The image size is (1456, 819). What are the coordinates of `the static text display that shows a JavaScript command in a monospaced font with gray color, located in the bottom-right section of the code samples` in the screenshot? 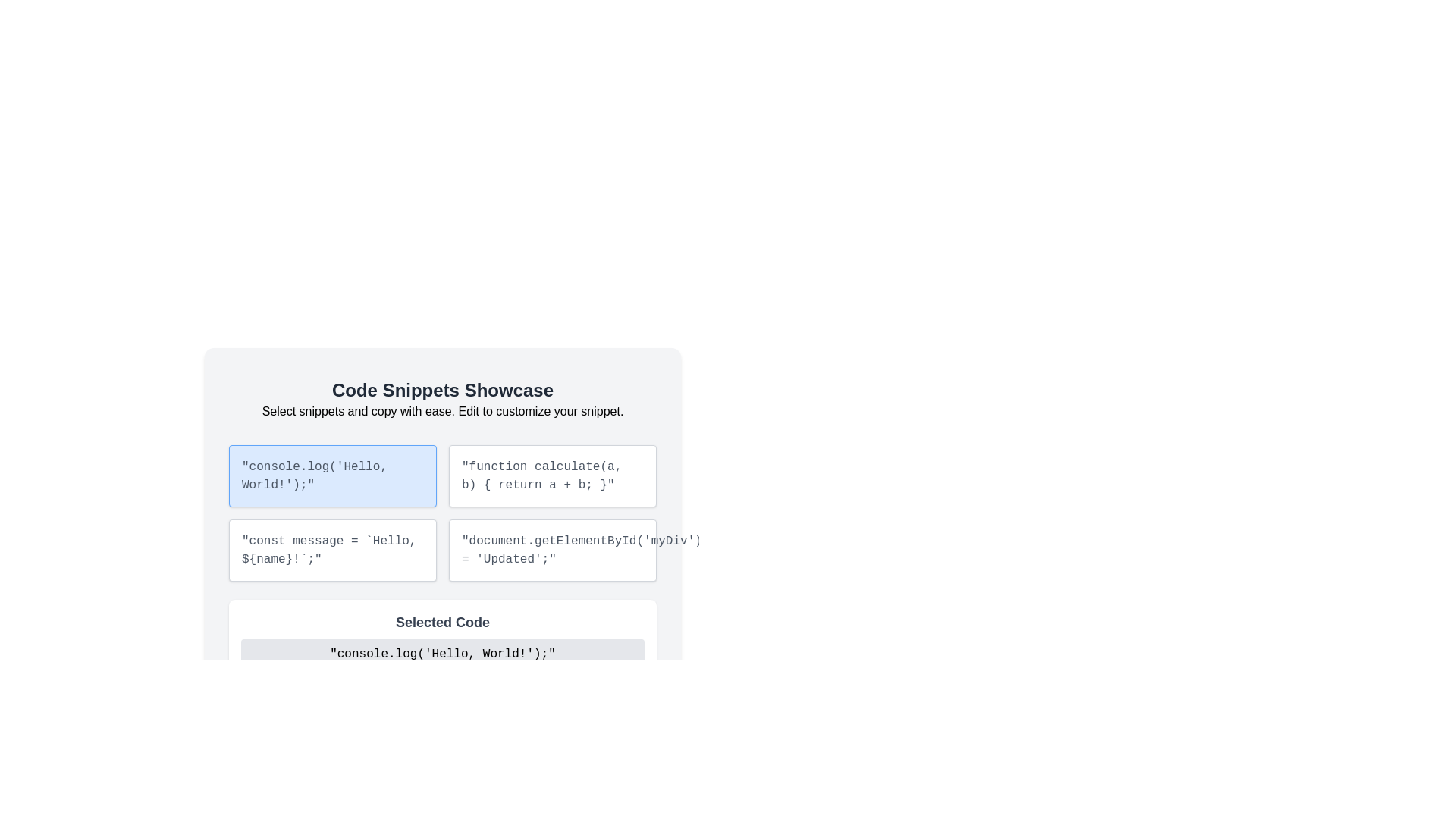 It's located at (552, 550).